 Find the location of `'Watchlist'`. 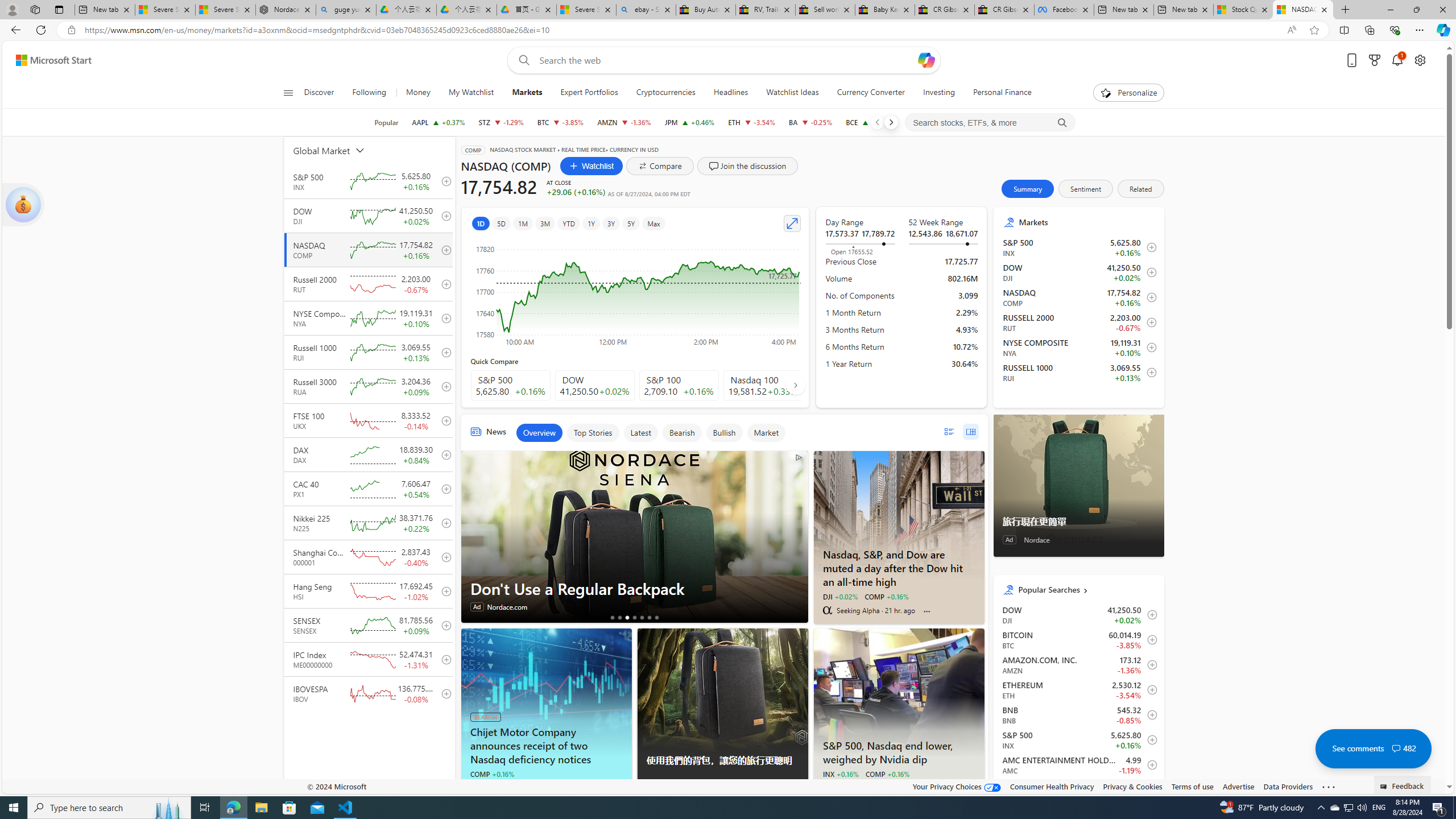

'Watchlist' is located at coordinates (591, 166).